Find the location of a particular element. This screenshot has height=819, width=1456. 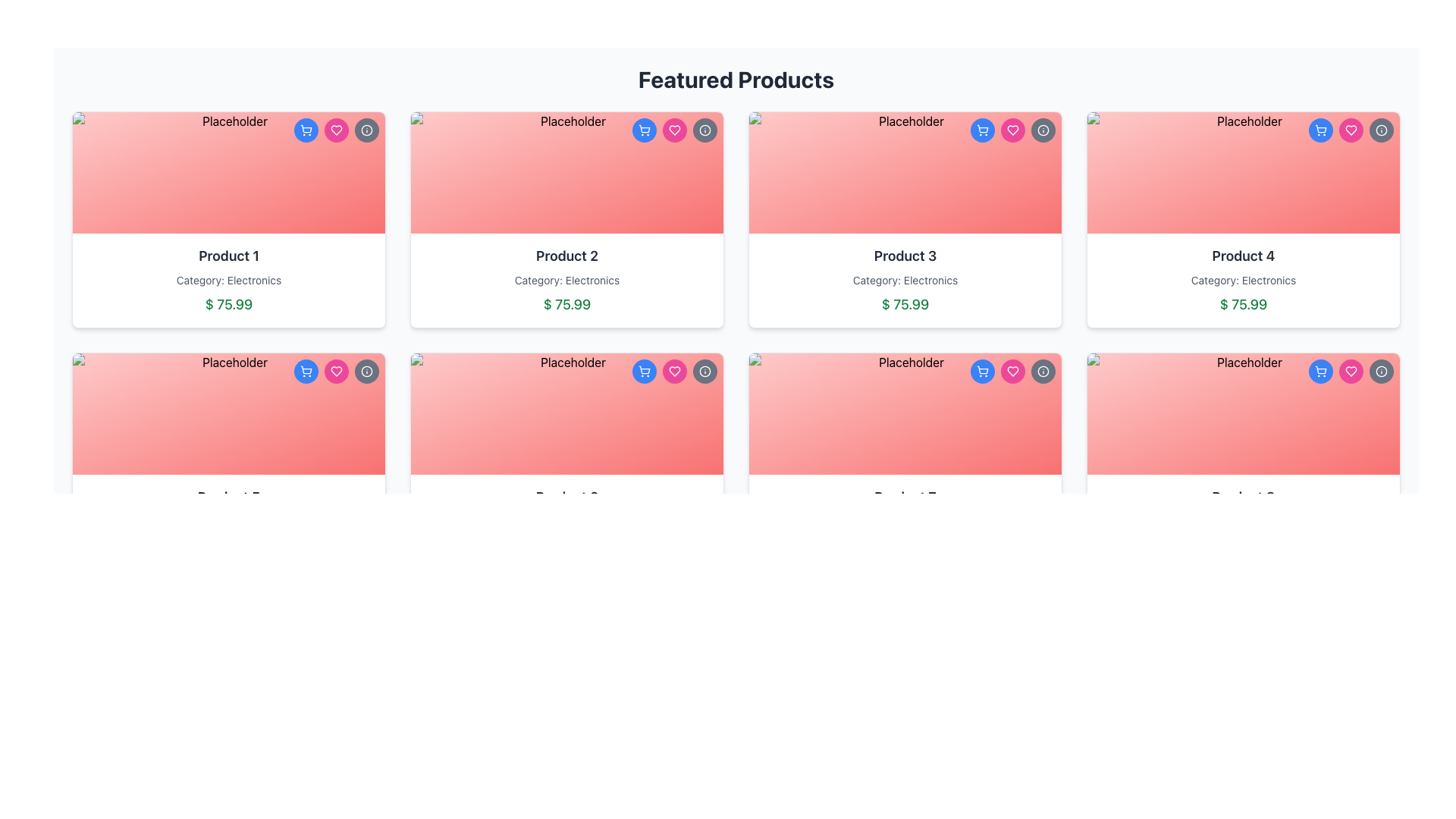

the circular blue button with a shopping cart icon located in the top-right section of the product card is located at coordinates (644, 130).